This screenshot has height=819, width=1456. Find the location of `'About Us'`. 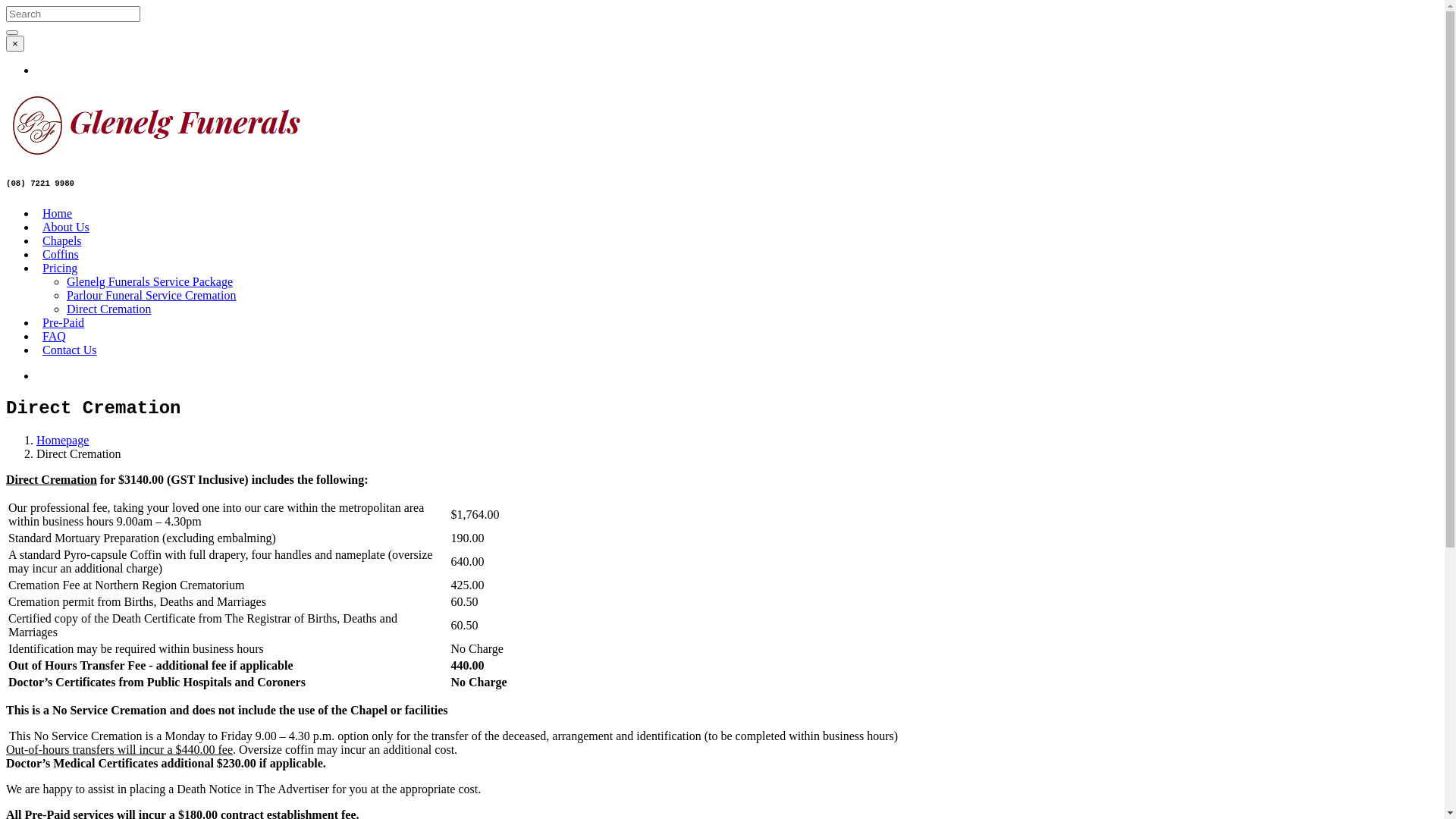

'About Us' is located at coordinates (64, 227).